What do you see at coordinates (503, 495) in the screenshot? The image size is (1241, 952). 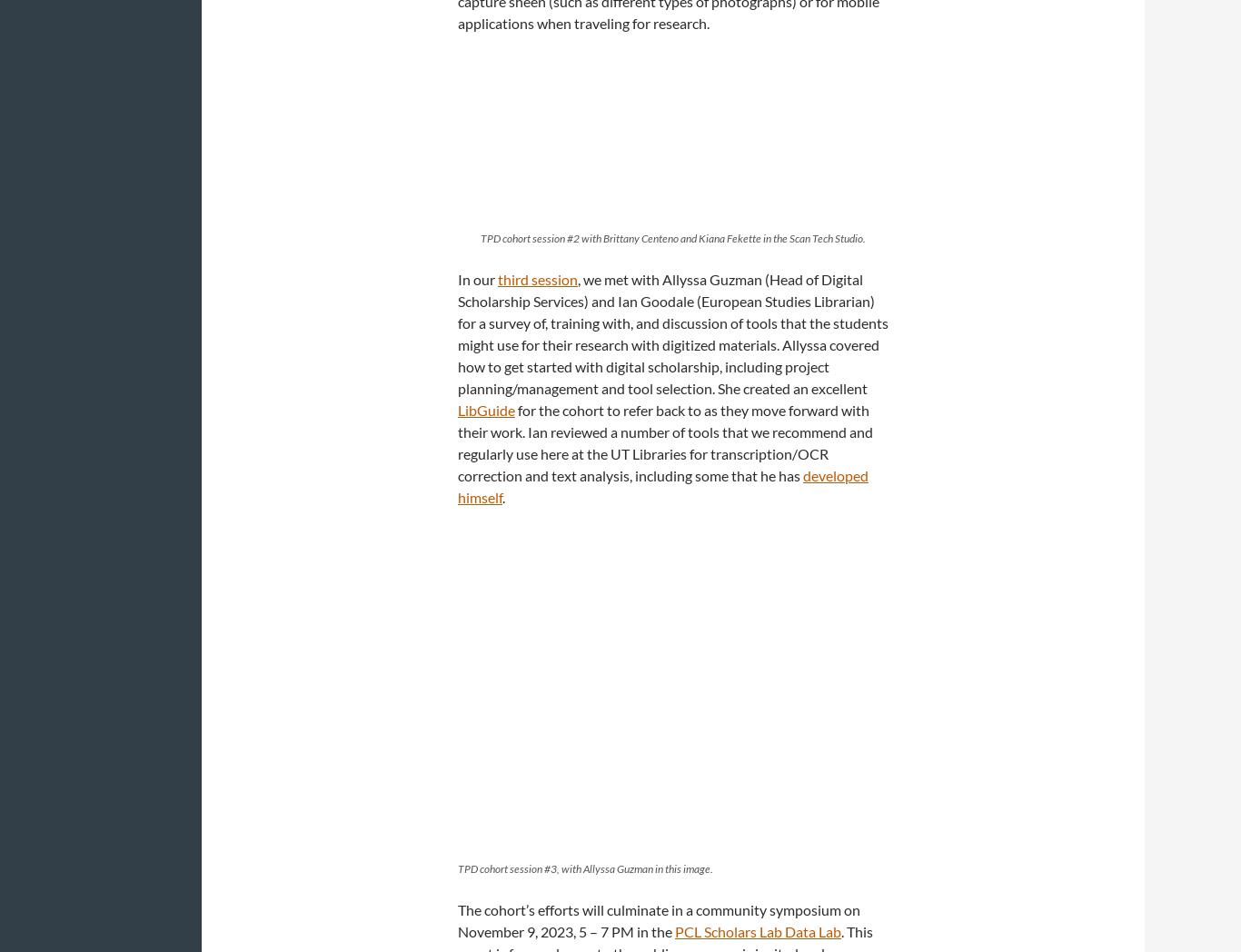 I see `'.'` at bounding box center [503, 495].